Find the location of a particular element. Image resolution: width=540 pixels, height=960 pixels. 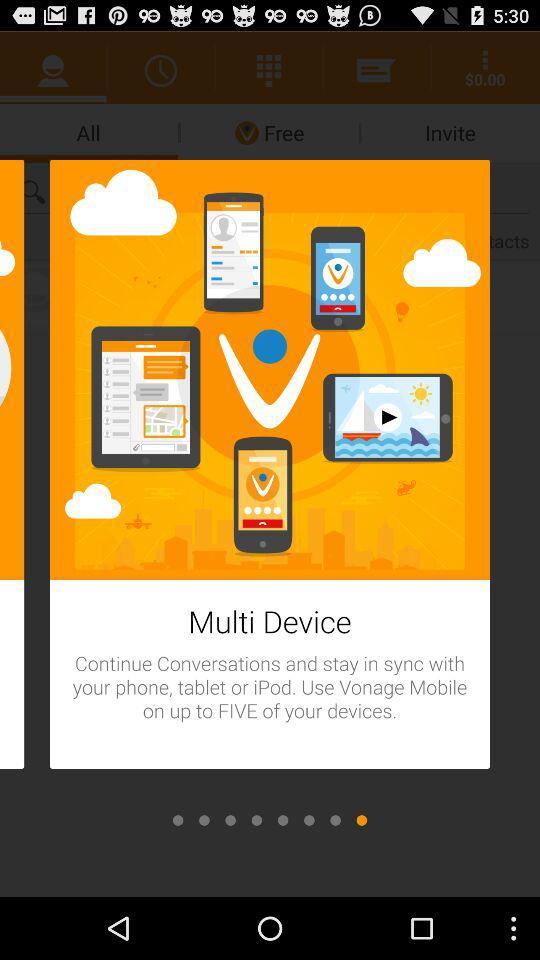

previous page is located at coordinates (229, 820).